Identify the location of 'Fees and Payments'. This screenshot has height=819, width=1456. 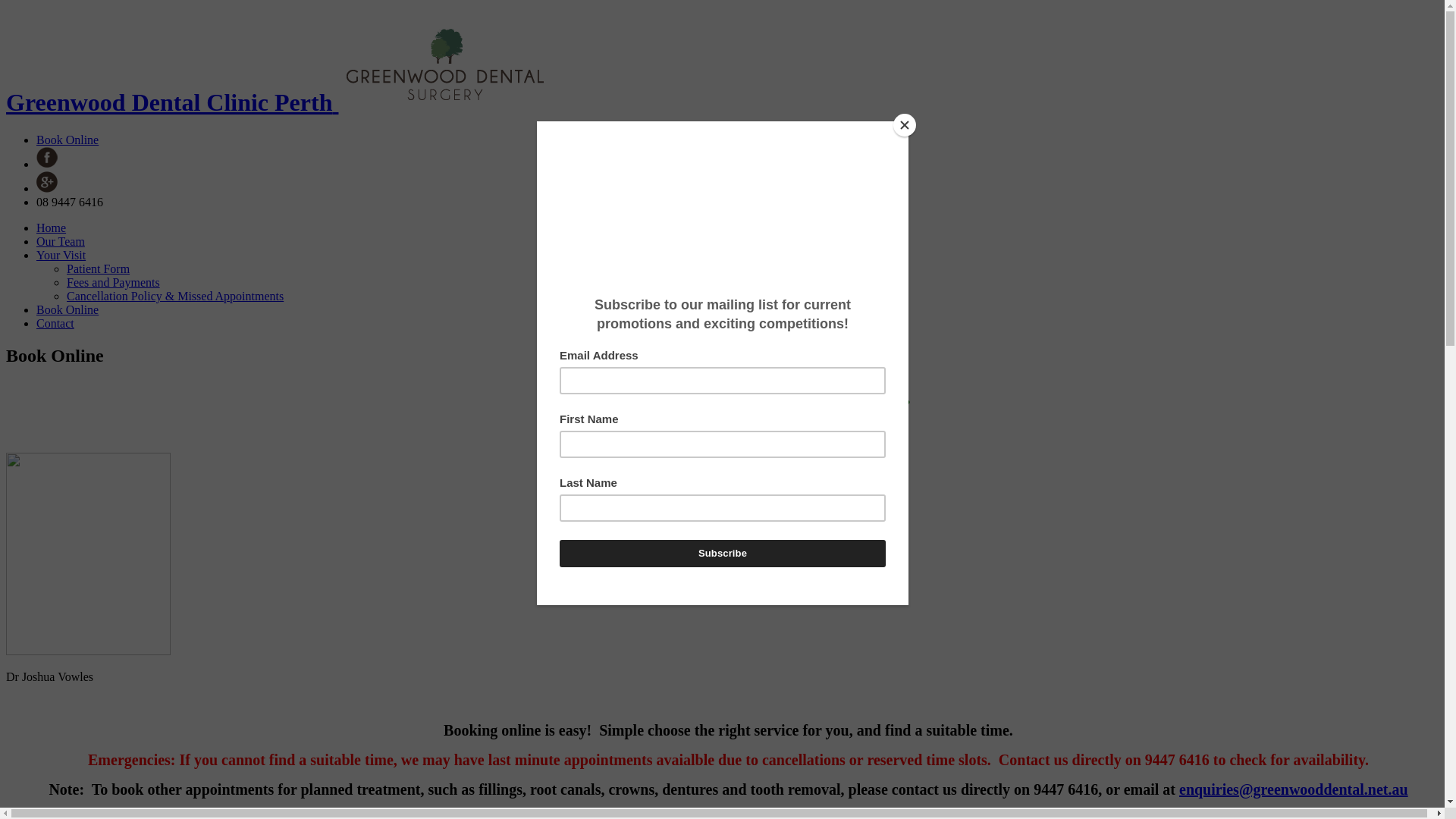
(112, 282).